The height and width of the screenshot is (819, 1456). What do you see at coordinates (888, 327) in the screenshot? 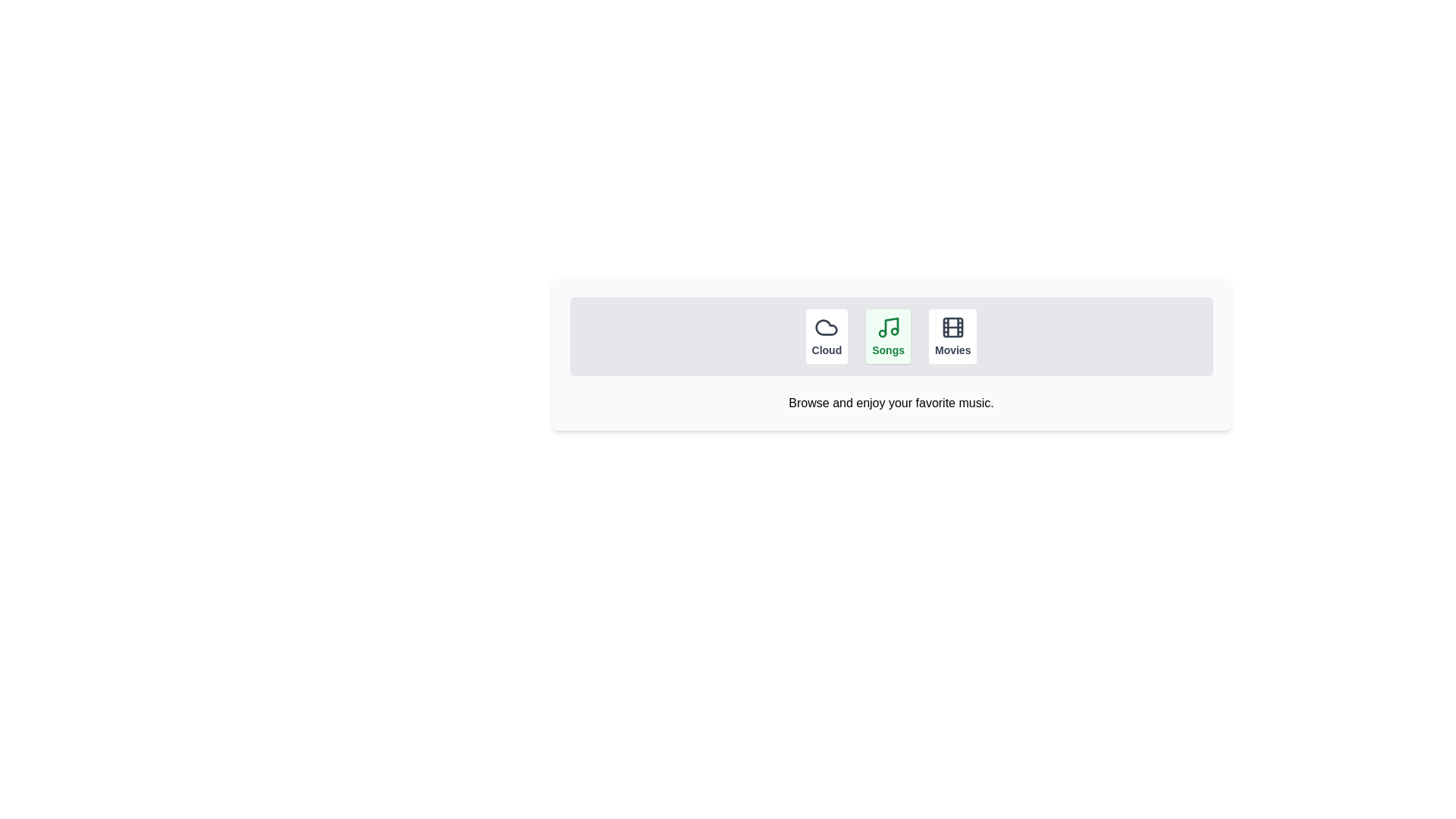
I see `the 'Songs' icon located above the 'Songs' text label in the green-highlighted card, positioned in the middle of the three options ('Cloud', 'Songs', 'Movies')` at bounding box center [888, 327].